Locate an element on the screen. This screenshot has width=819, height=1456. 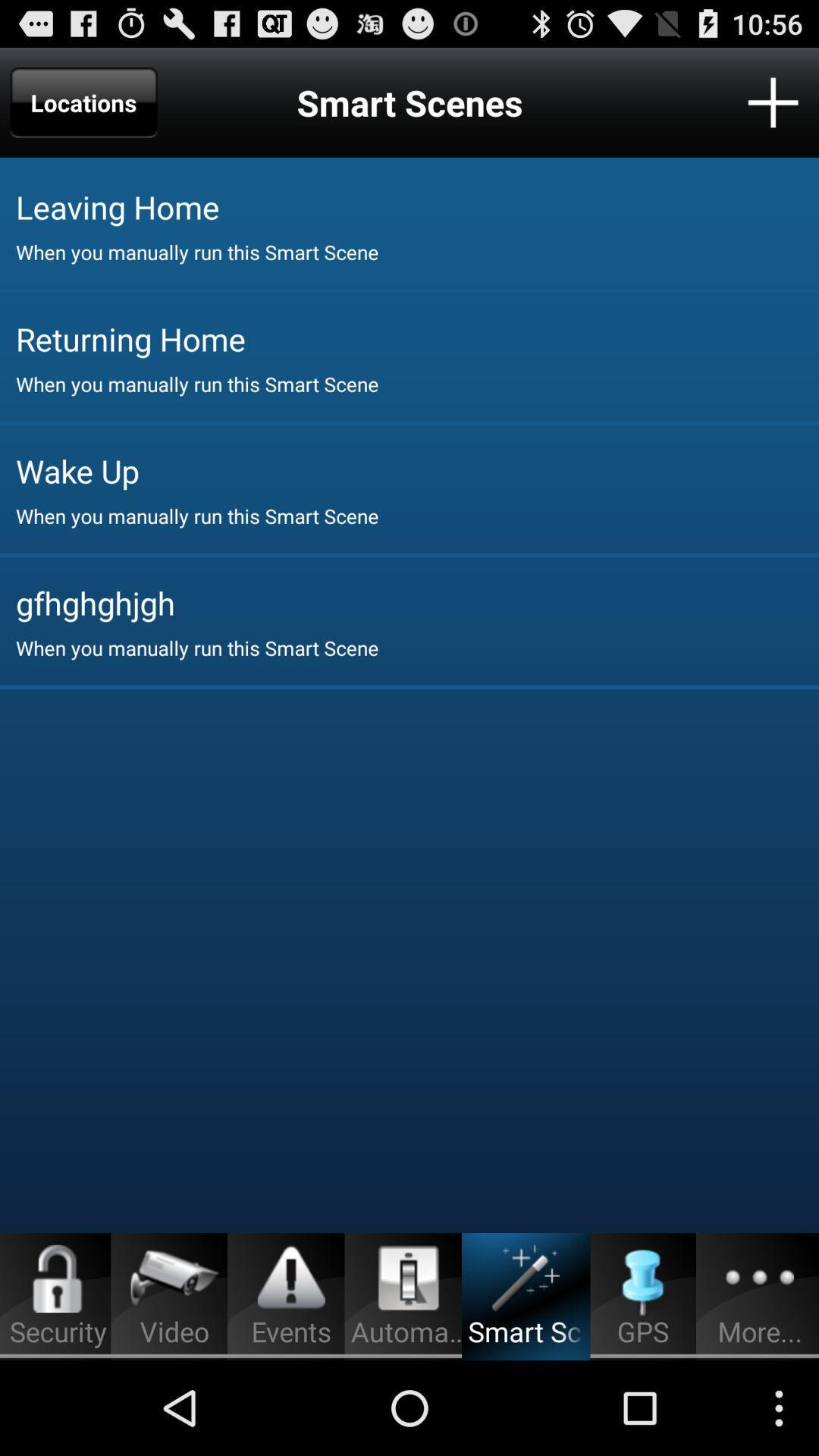
location is located at coordinates (773, 102).